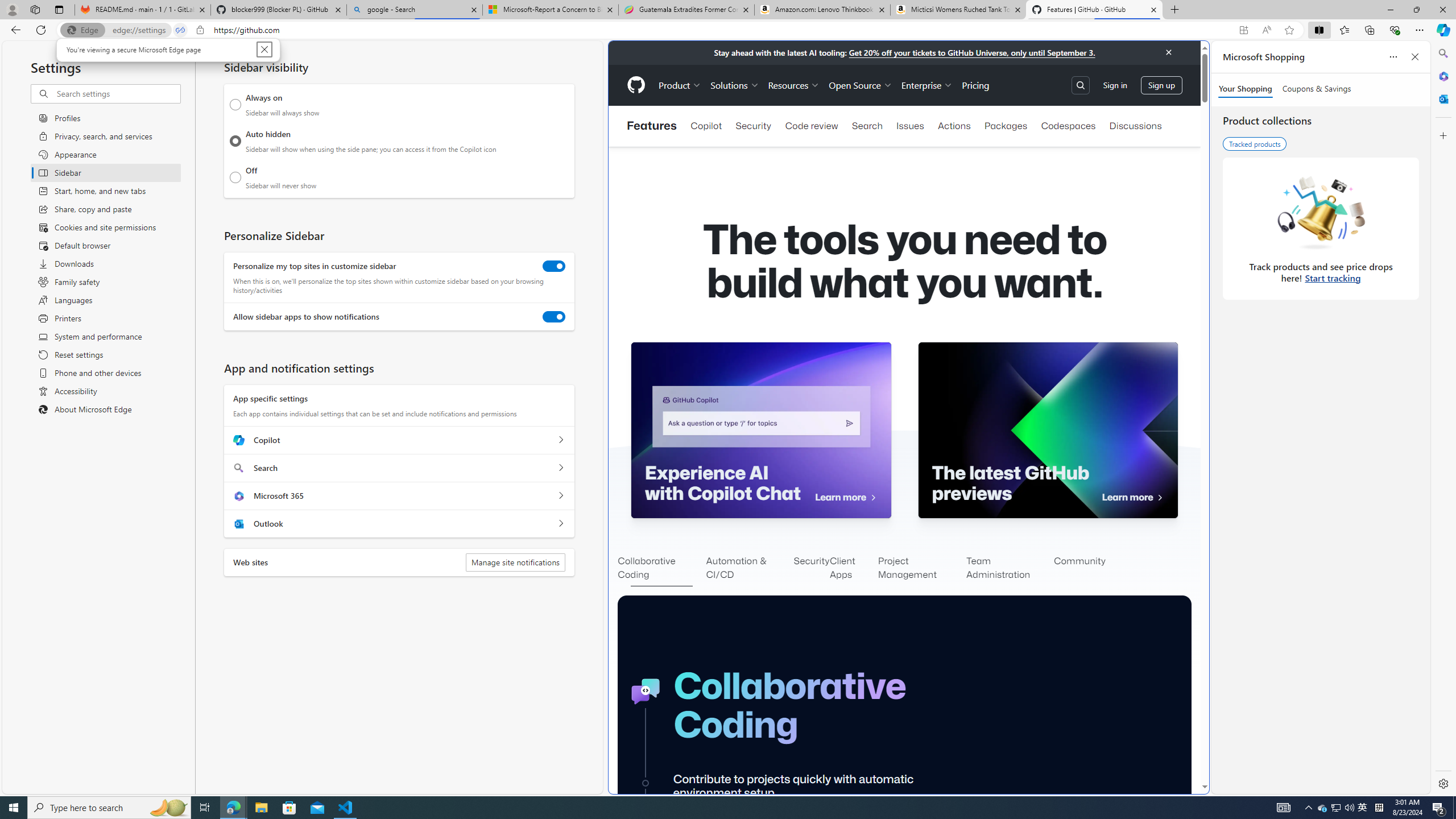 Image resolution: width=1456 pixels, height=819 pixels. What do you see at coordinates (1454, 806) in the screenshot?
I see `'Show desktop'` at bounding box center [1454, 806].